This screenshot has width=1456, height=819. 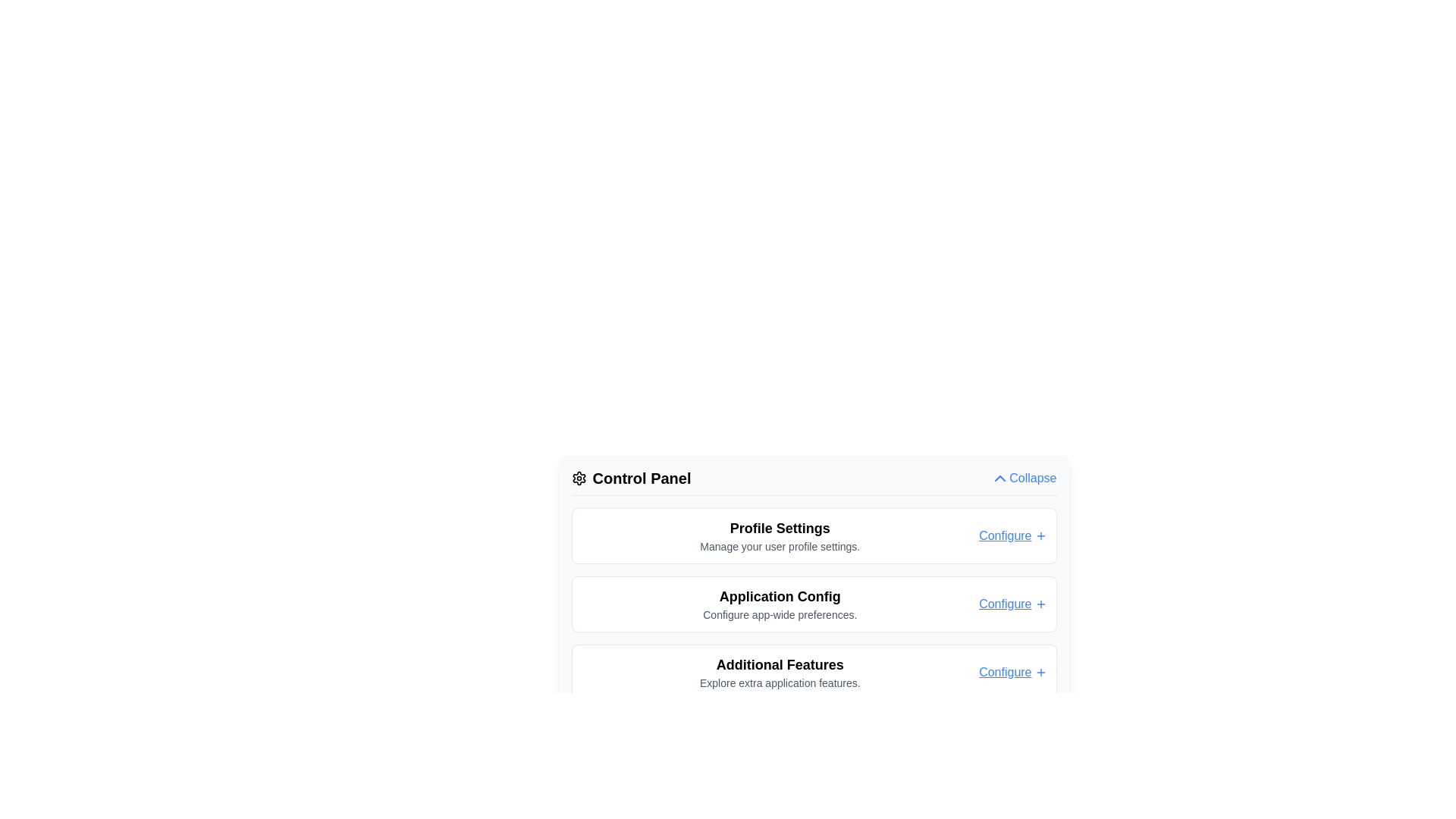 I want to click on the Text Block element that describes a configuration option for application-wide preferences, located in the Control Panel below Profile Settings and above Additional Features, so click(x=780, y=604).